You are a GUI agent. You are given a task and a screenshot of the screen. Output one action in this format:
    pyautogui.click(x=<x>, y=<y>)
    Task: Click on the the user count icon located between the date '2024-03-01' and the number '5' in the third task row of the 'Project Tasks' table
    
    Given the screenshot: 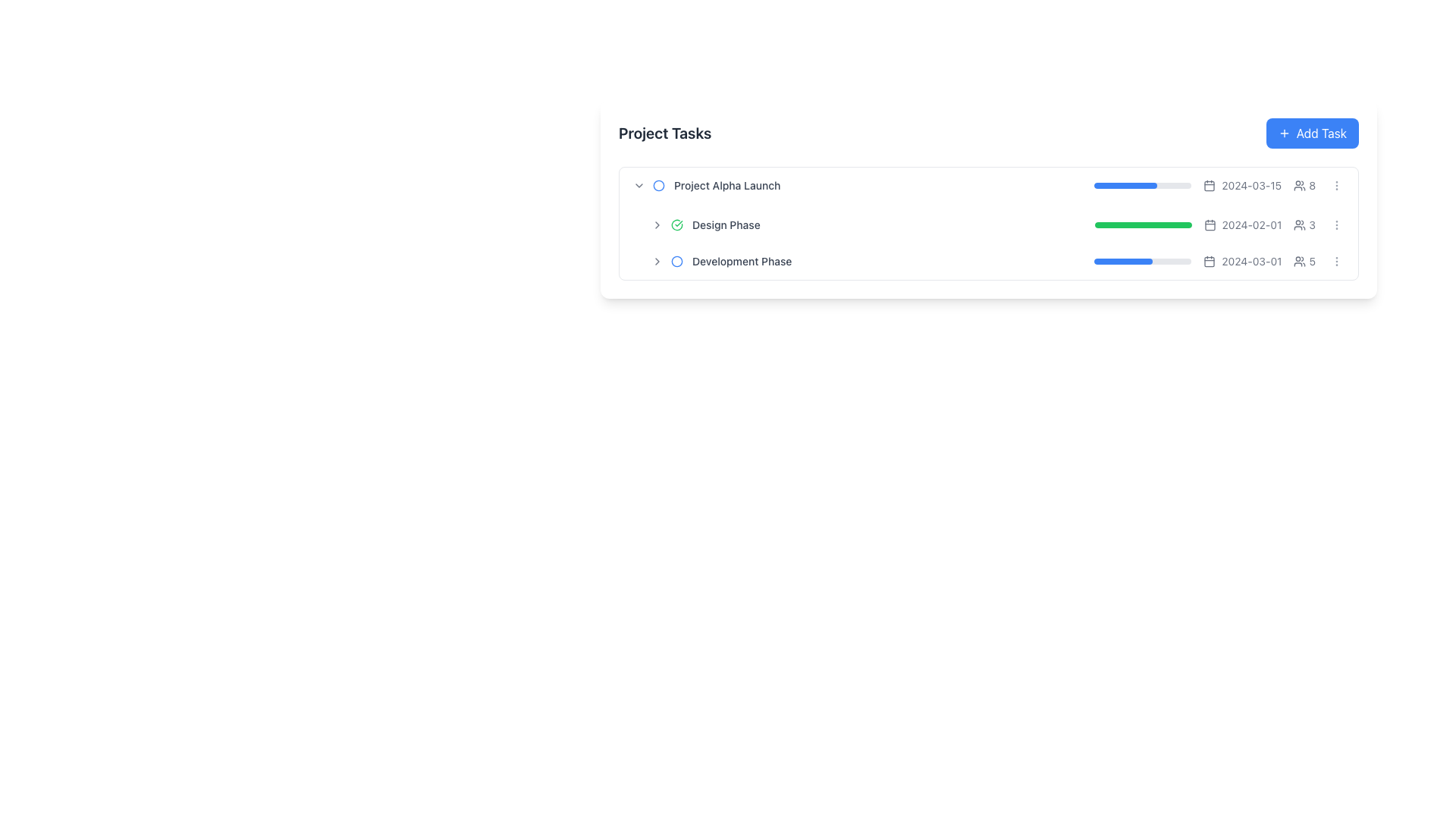 What is the action you would take?
    pyautogui.click(x=1299, y=260)
    